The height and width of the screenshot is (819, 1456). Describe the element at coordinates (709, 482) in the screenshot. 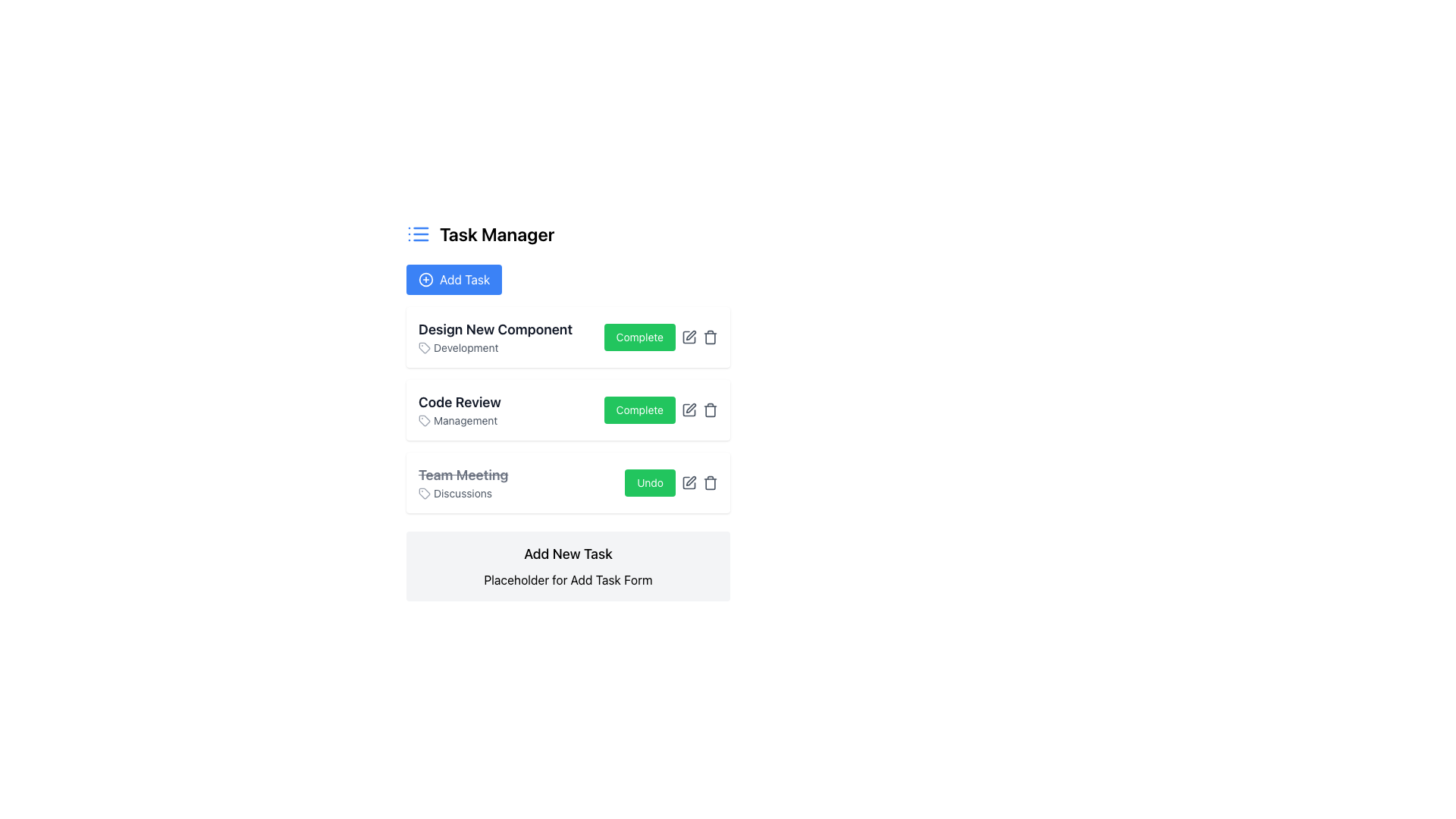

I see `the trash bin icon used for deleting the 'Team Meeting' task entry in the task management interface` at that location.